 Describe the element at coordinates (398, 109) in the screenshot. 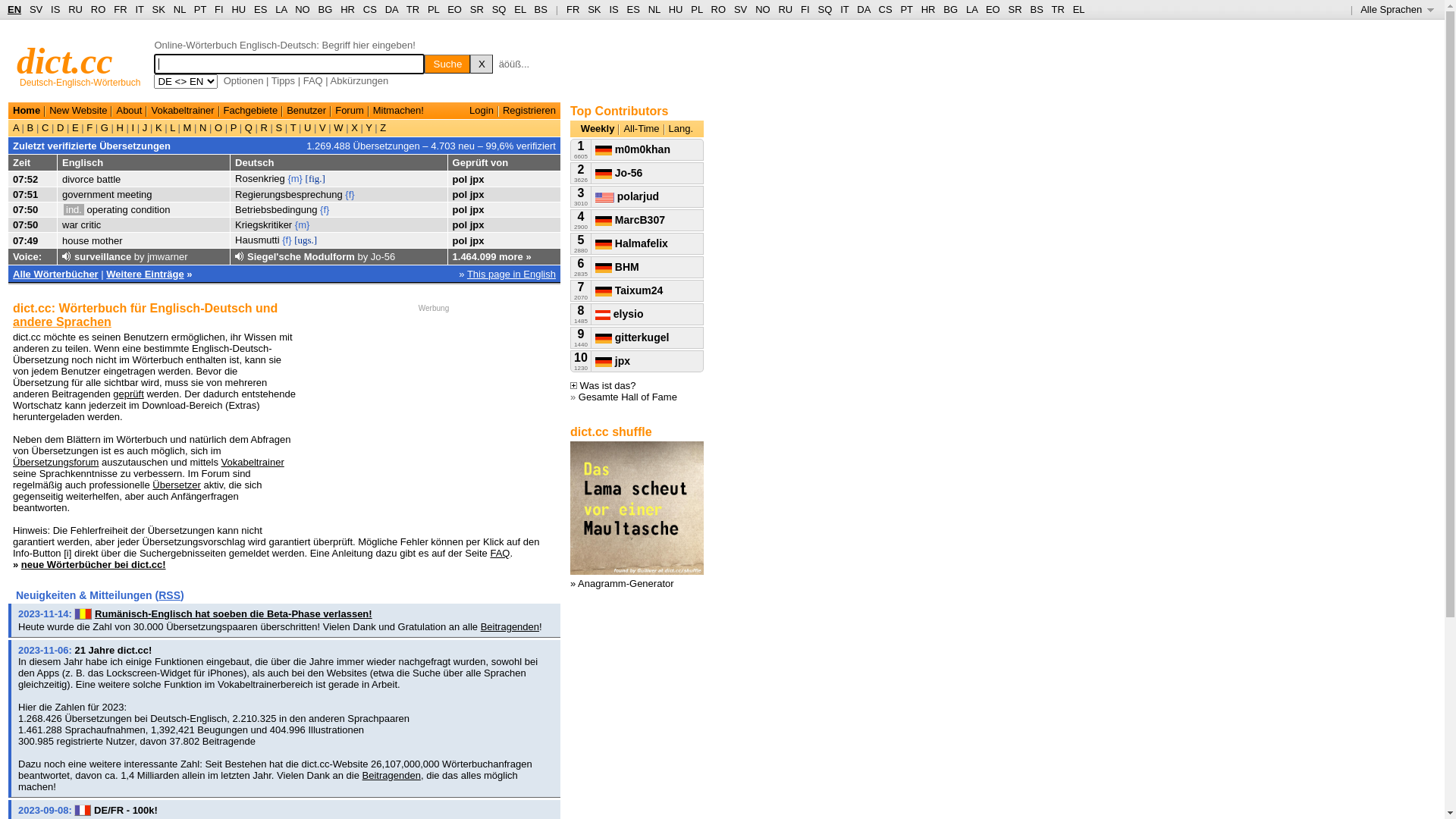

I see `'Mitmachen!'` at that location.